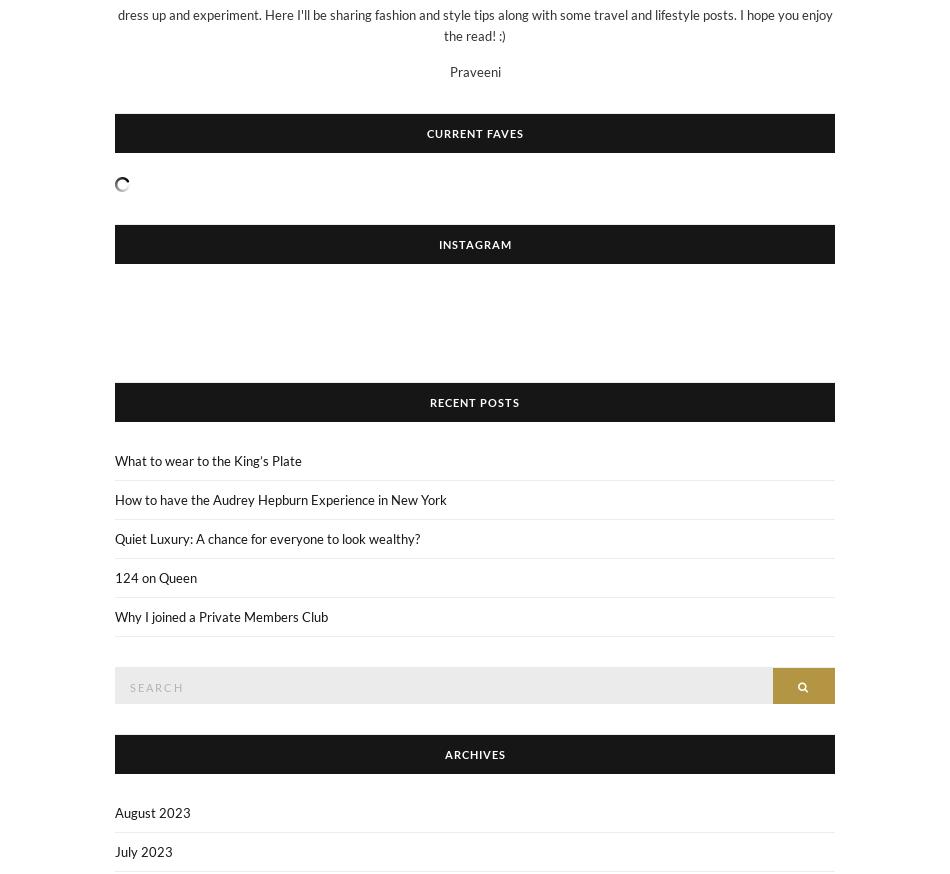  What do you see at coordinates (473, 753) in the screenshot?
I see `'Archives'` at bounding box center [473, 753].